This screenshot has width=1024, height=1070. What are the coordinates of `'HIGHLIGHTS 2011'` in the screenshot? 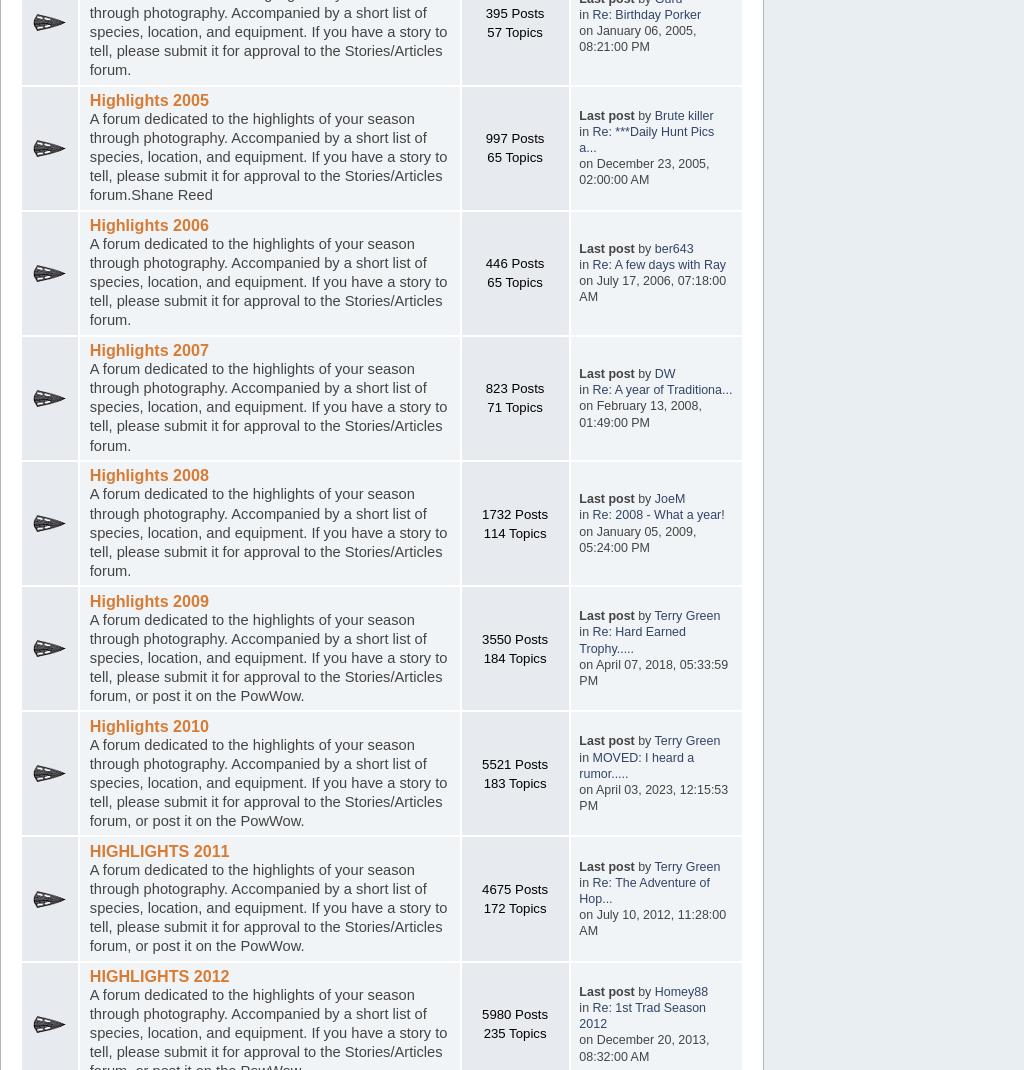 It's located at (88, 850).